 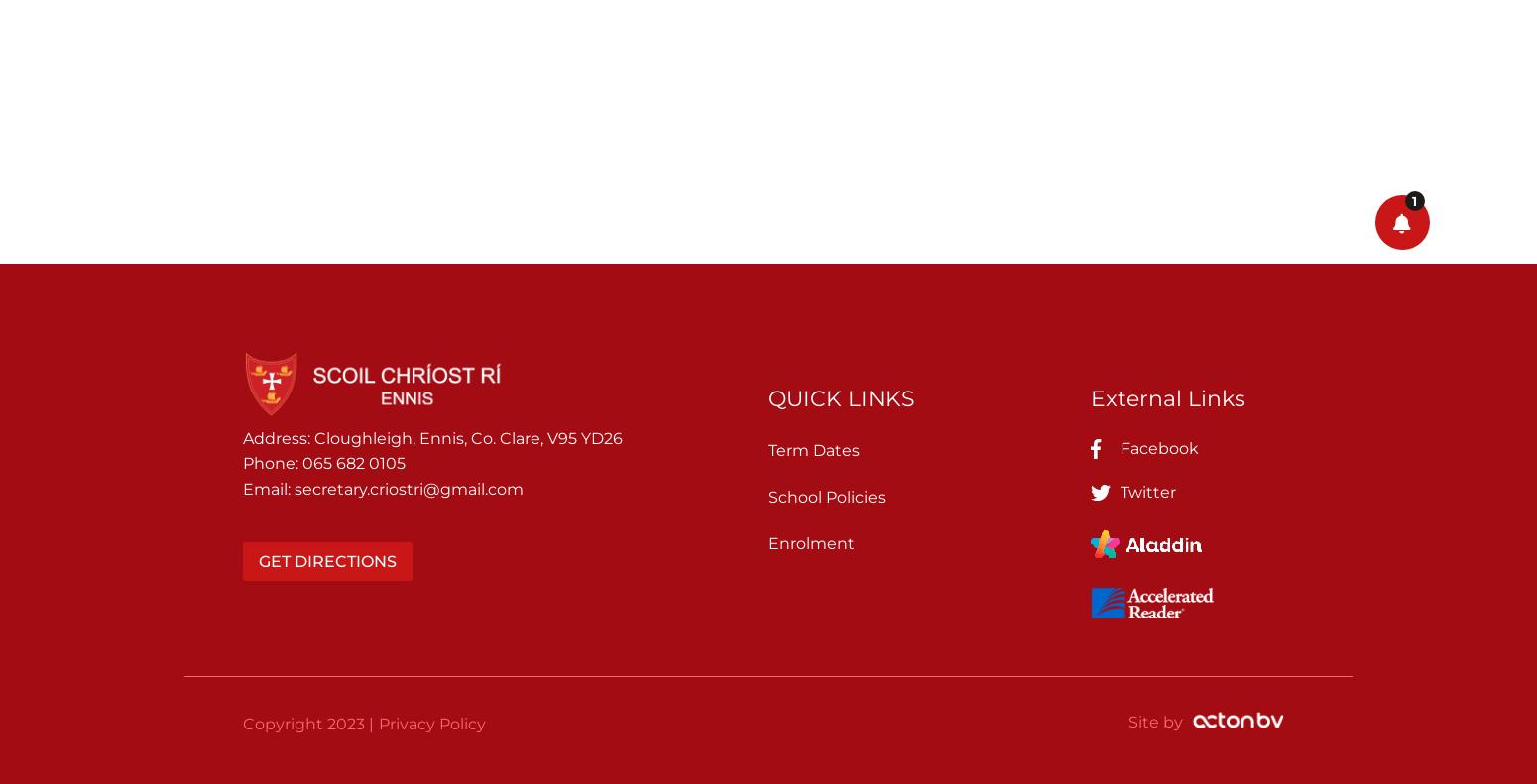 What do you see at coordinates (409, 487) in the screenshot?
I see `'secretary.criostri@gmail.com'` at bounding box center [409, 487].